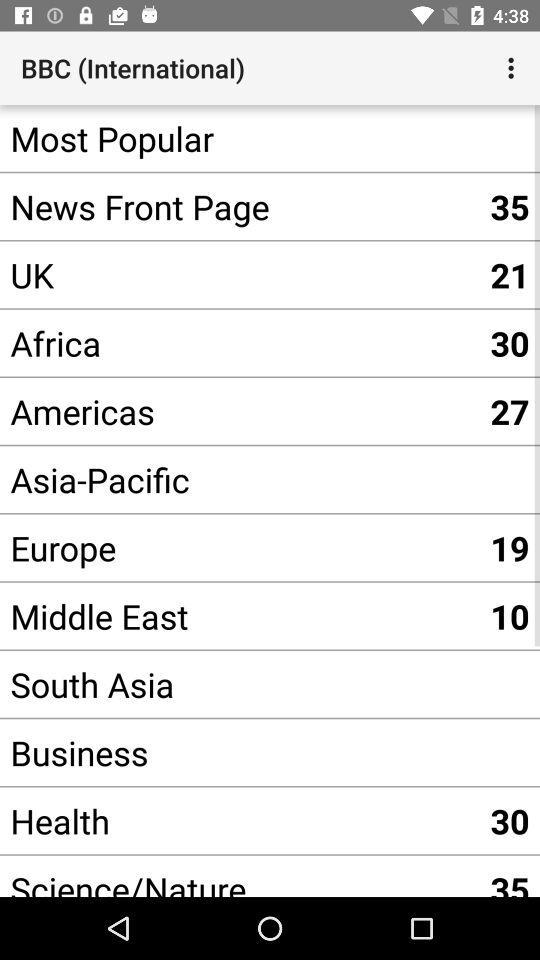  What do you see at coordinates (239, 547) in the screenshot?
I see `the icon above the 10 app` at bounding box center [239, 547].